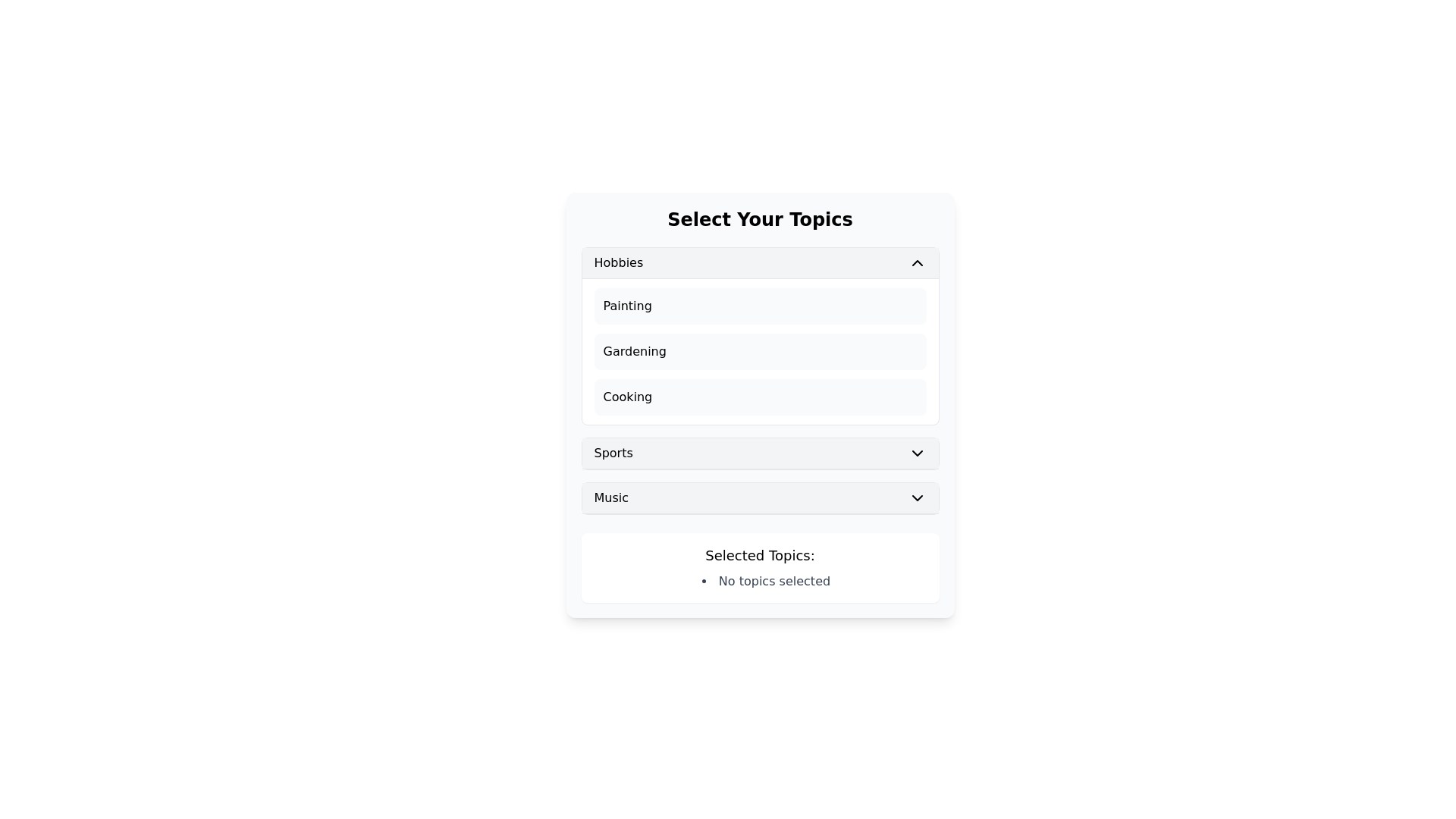  Describe the element at coordinates (760, 498) in the screenshot. I see `the collapsible list item labeled 'Music'` at that location.